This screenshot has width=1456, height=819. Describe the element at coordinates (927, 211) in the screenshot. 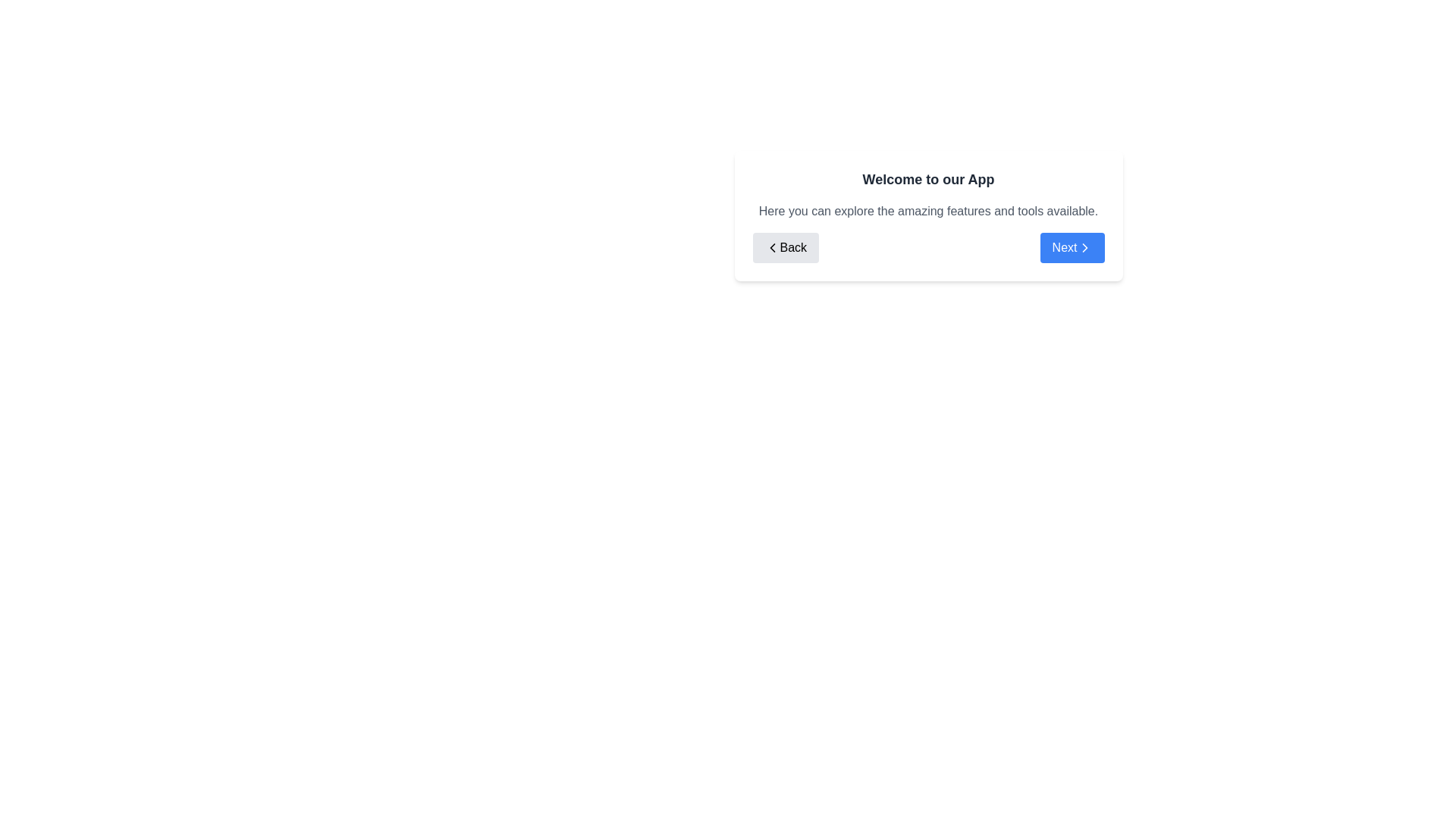

I see `the subtitle text that reads 'Here you can explore the amazing features and tools available', which is styled in gray and positioned below the bold heading 'Welcome to our App'` at that location.